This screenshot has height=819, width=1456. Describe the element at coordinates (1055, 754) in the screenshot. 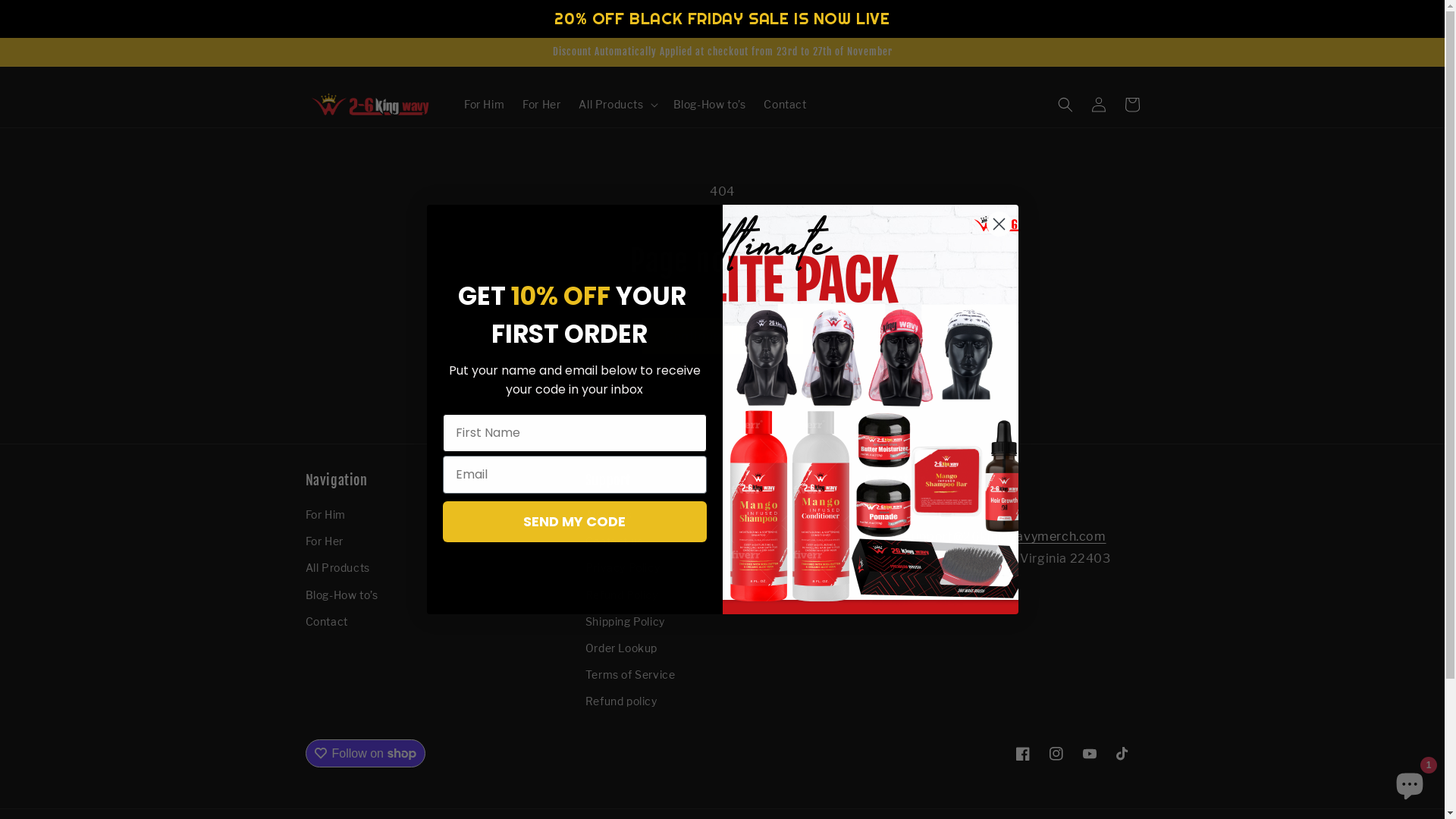

I see `'Instagram'` at that location.